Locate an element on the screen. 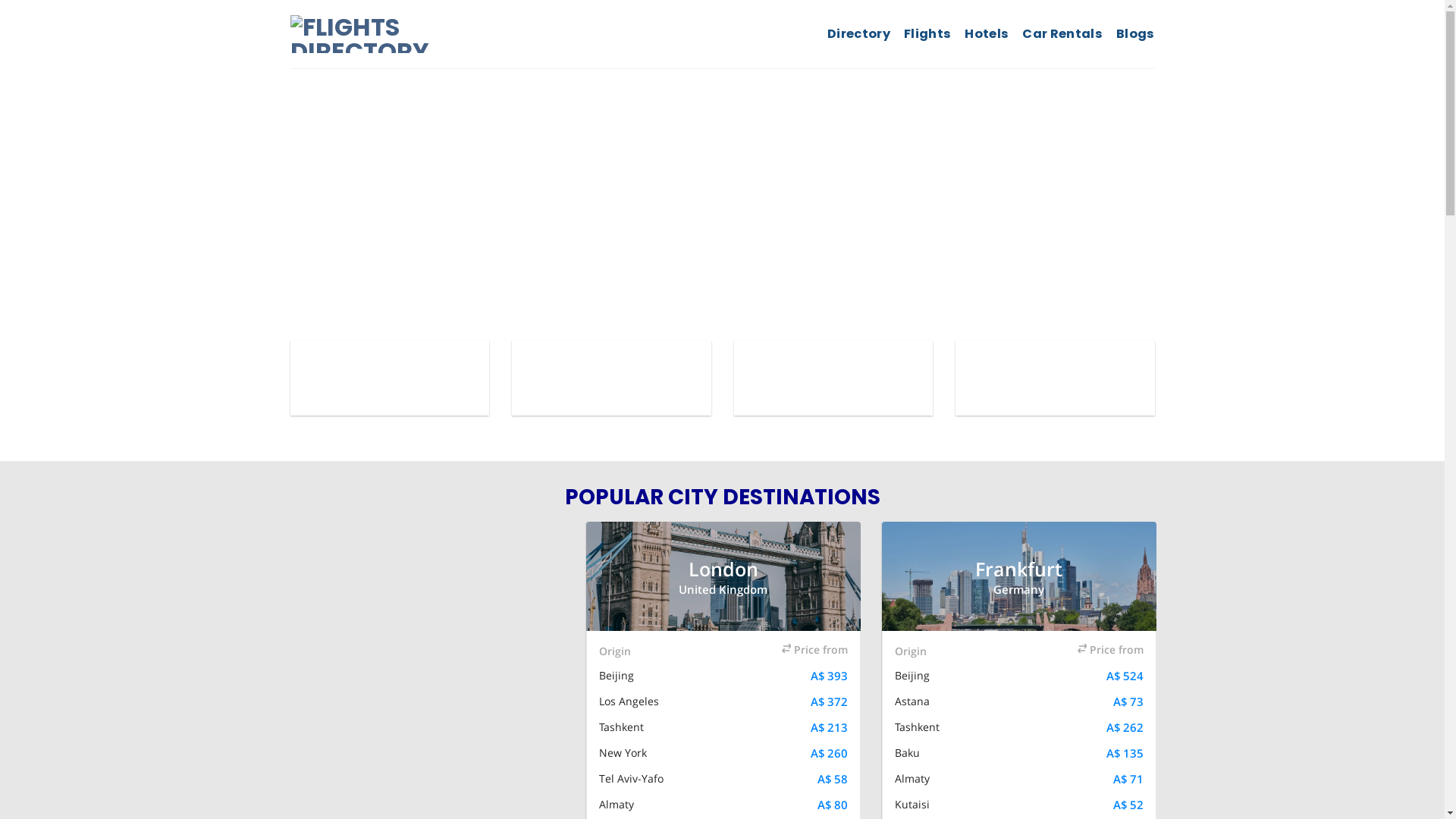  'Directory' is located at coordinates (826, 34).